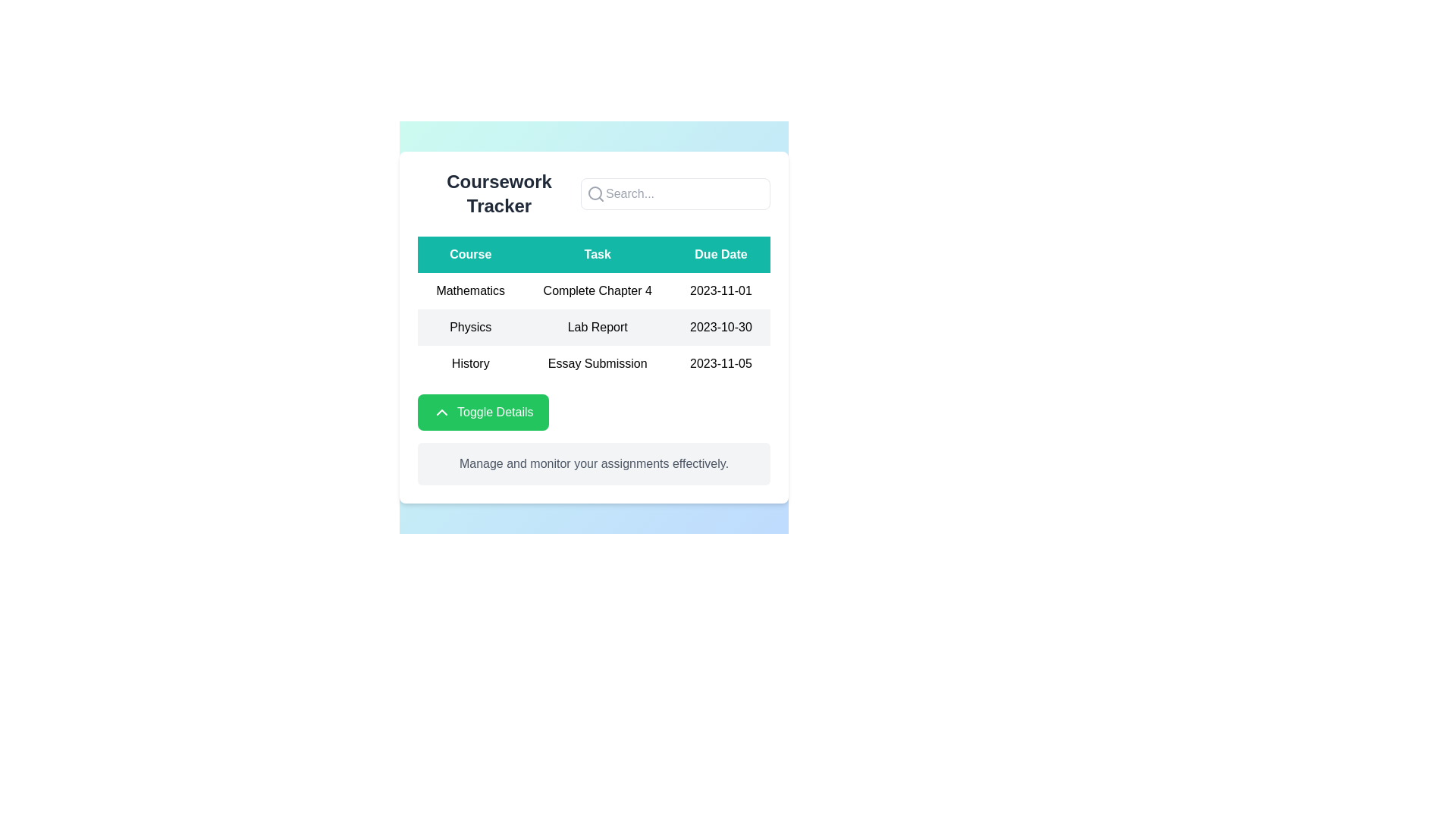  What do you see at coordinates (720, 327) in the screenshot?
I see `the static text element displaying the date '2023-10-30', located in the third column of the second row of the table under the 'Due Date' column` at bounding box center [720, 327].